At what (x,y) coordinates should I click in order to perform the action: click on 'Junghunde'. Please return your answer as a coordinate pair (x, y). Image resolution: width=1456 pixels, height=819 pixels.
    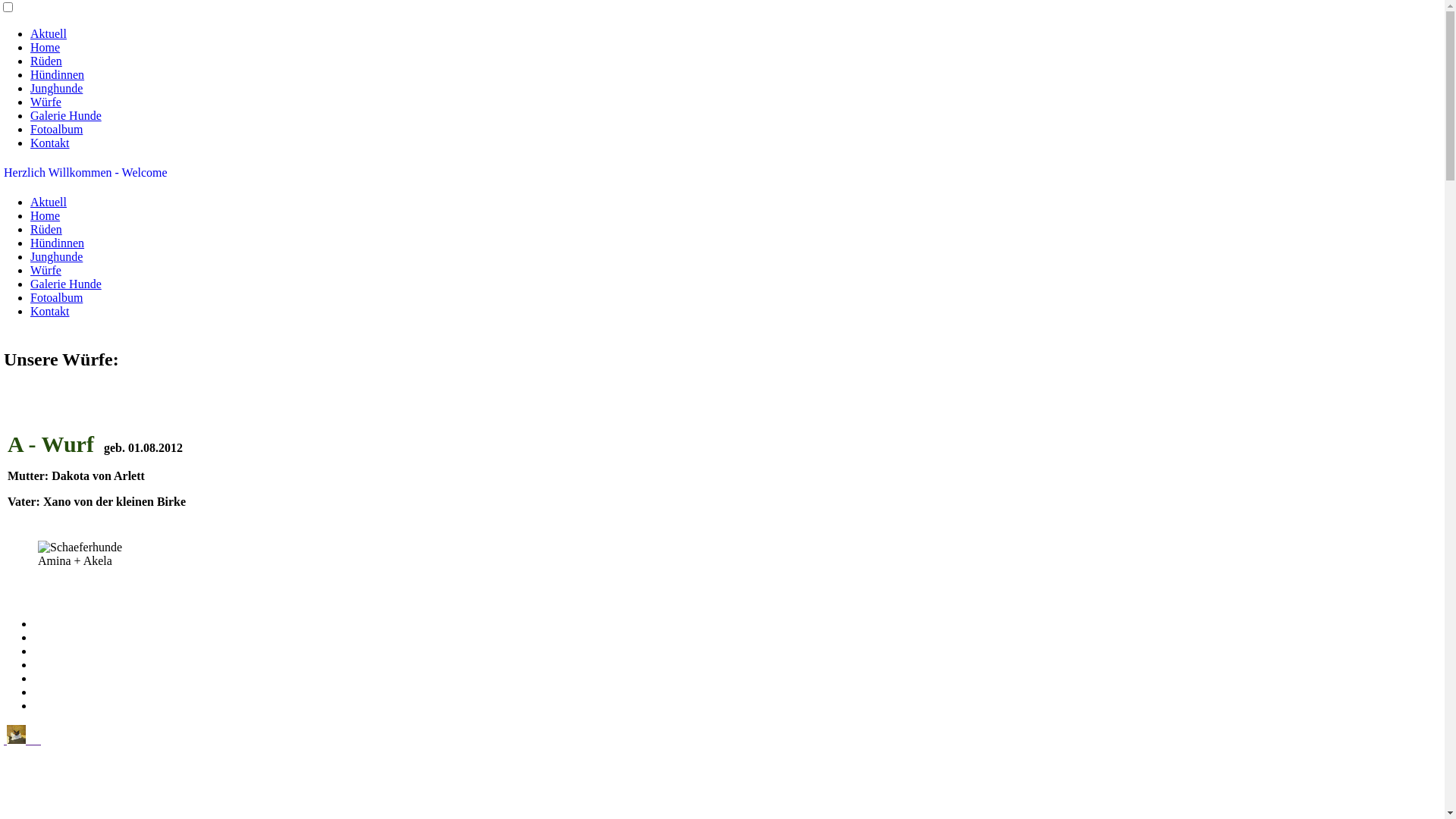
    Looking at the image, I should click on (56, 88).